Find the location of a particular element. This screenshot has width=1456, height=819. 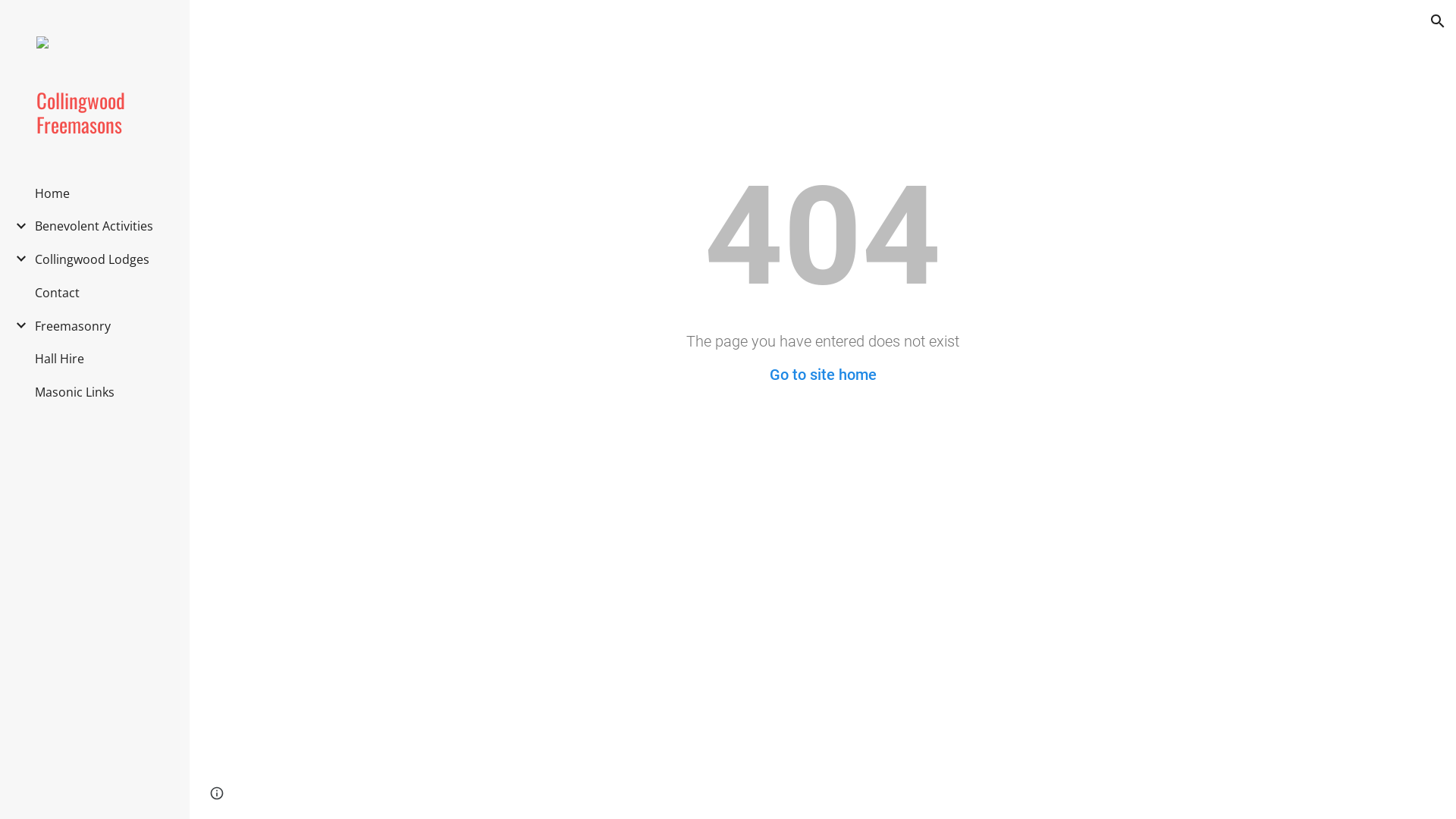

'Expand/Collapse' is located at coordinates (17, 257).